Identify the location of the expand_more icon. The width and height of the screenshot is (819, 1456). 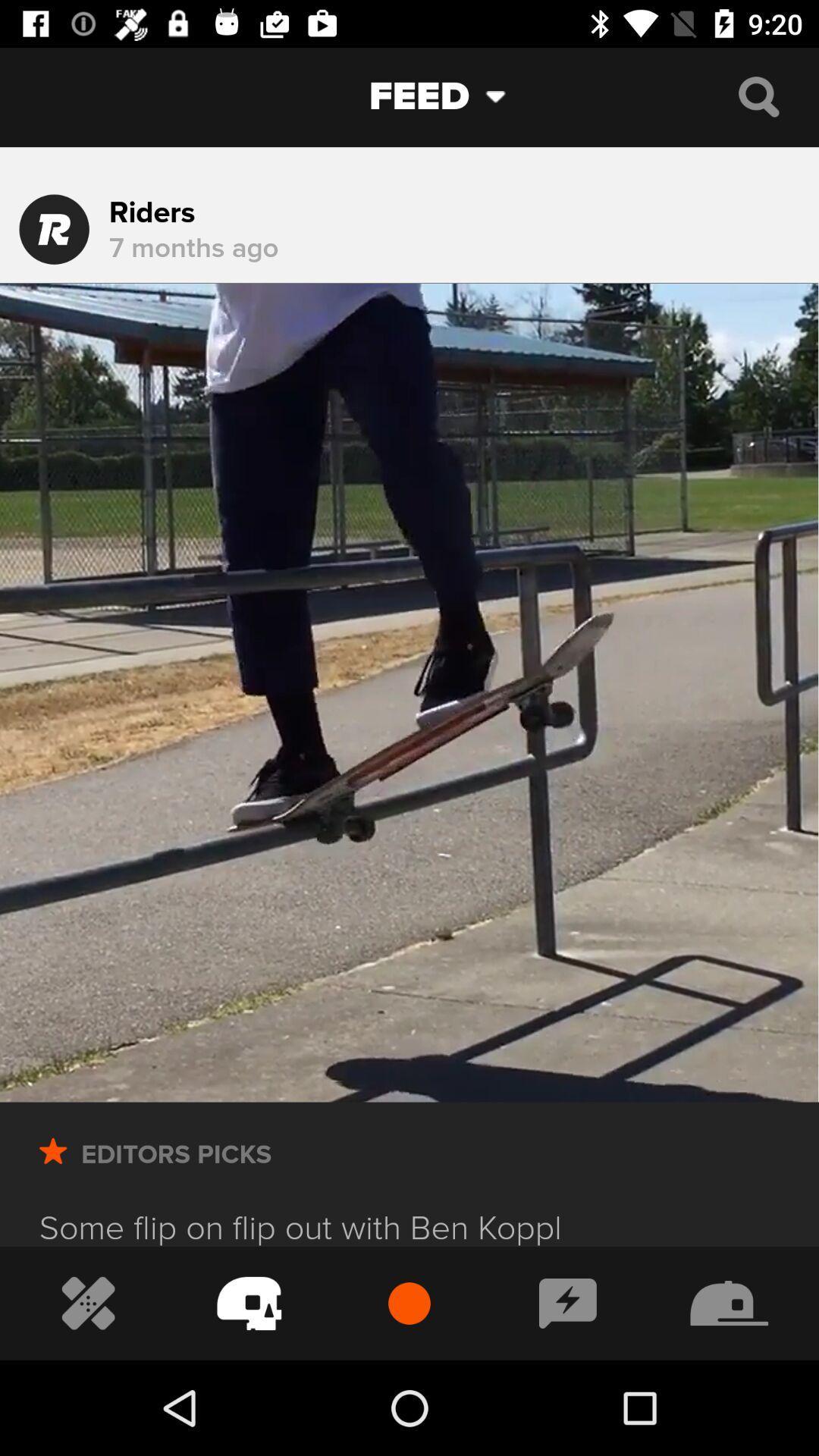
(507, 96).